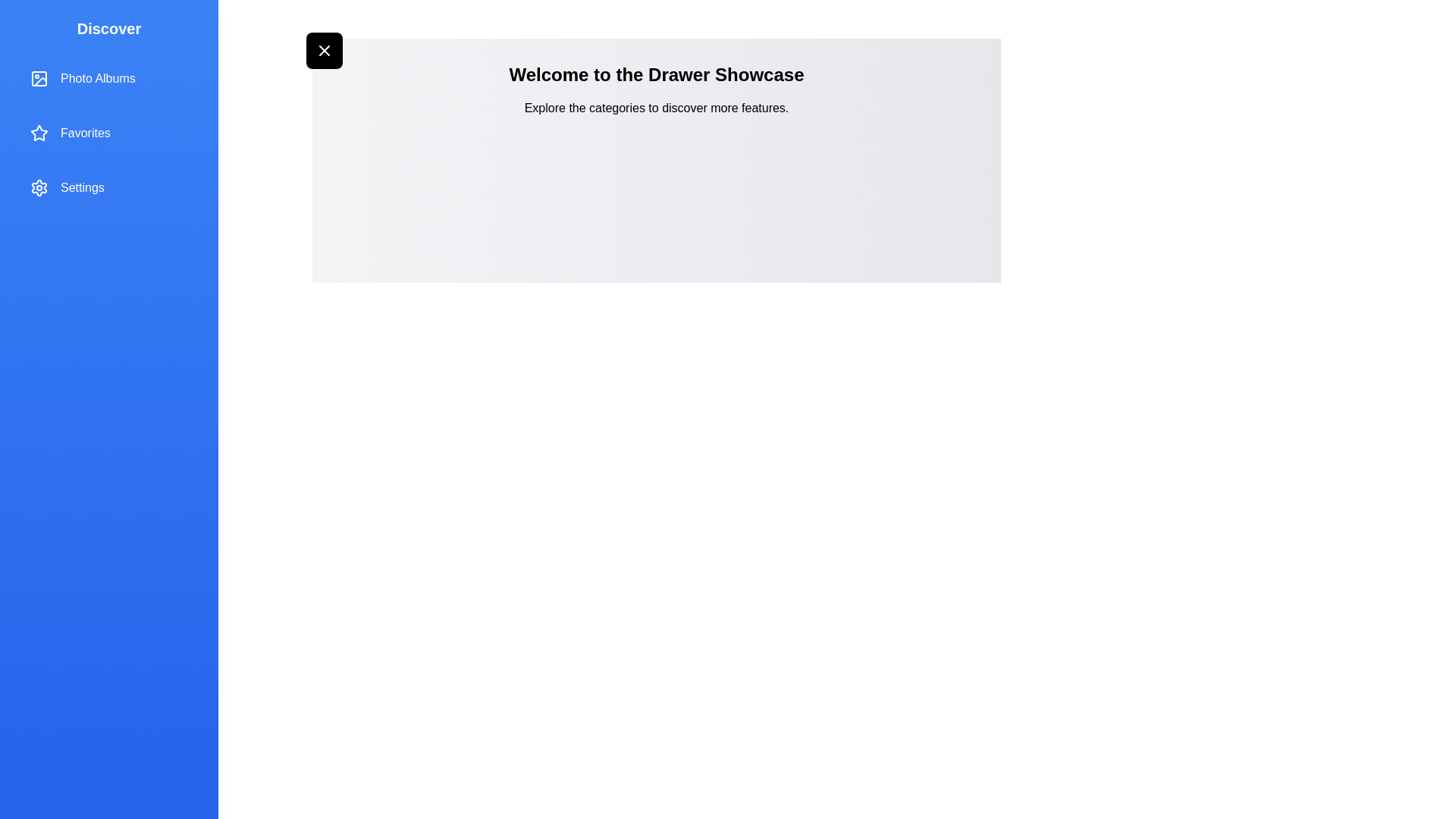 This screenshot has width=1456, height=819. Describe the element at coordinates (39, 187) in the screenshot. I see `the icon associated with Settings in the drawer` at that location.